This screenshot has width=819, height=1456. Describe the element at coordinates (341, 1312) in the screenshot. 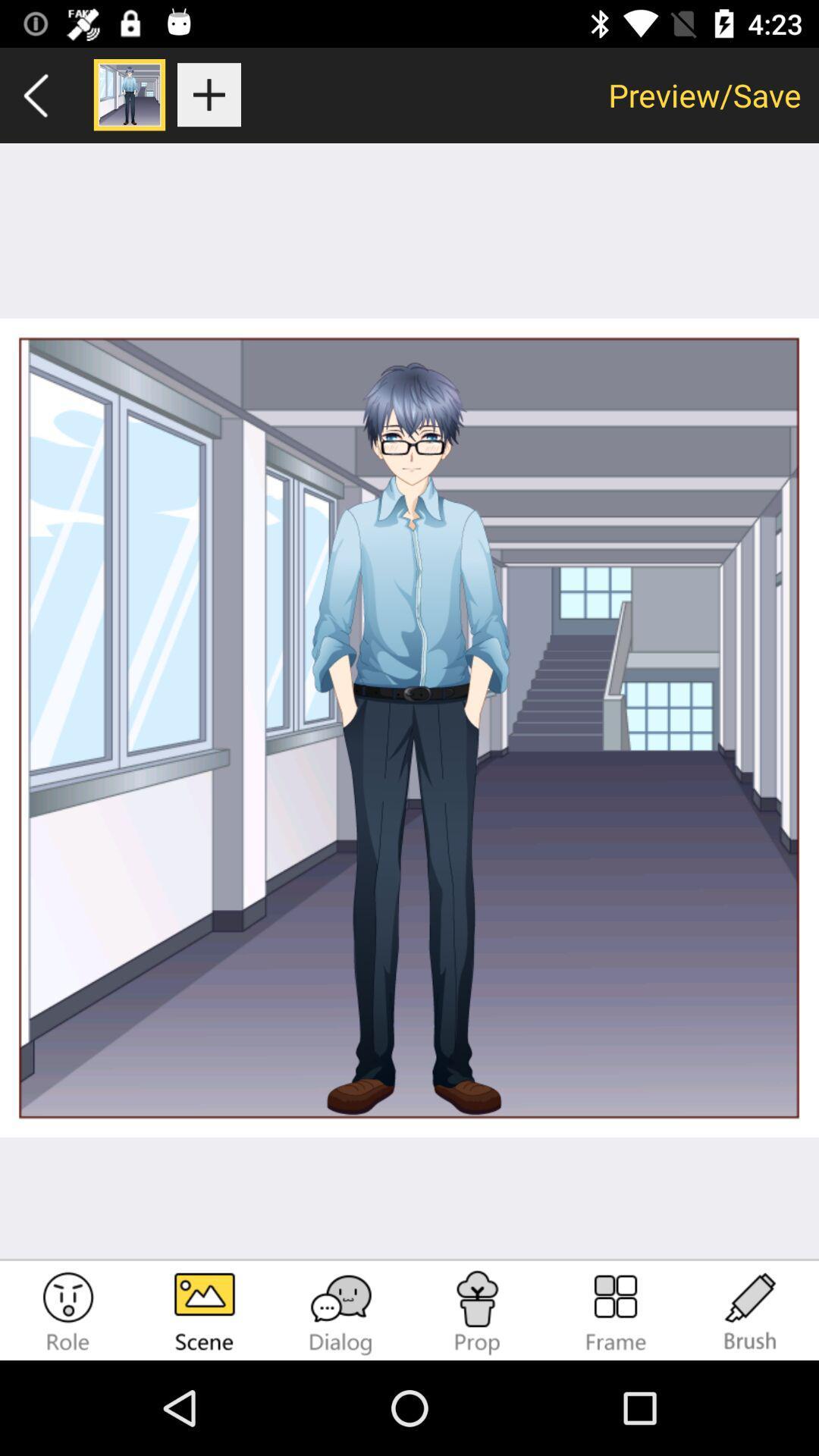

I see `the chat icon` at that location.